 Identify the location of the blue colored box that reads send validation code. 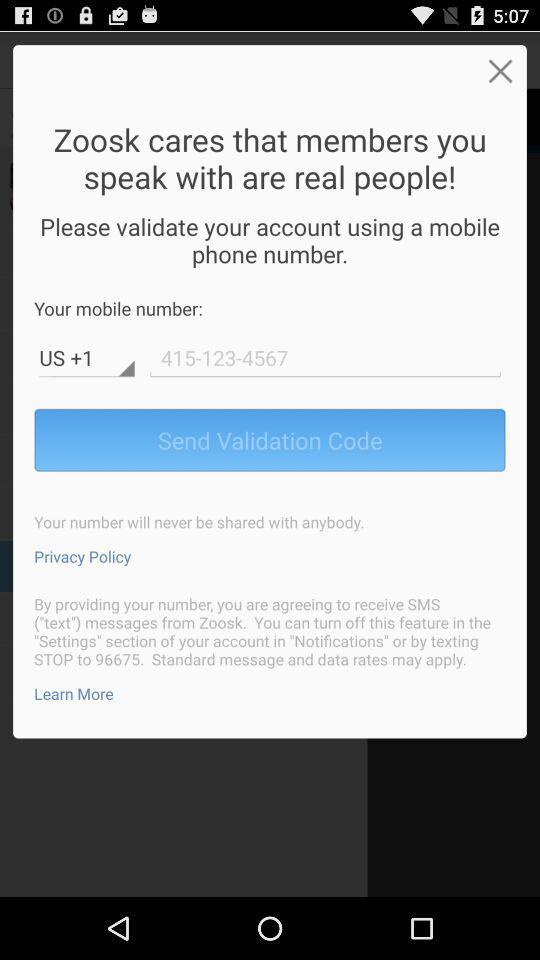
(270, 439).